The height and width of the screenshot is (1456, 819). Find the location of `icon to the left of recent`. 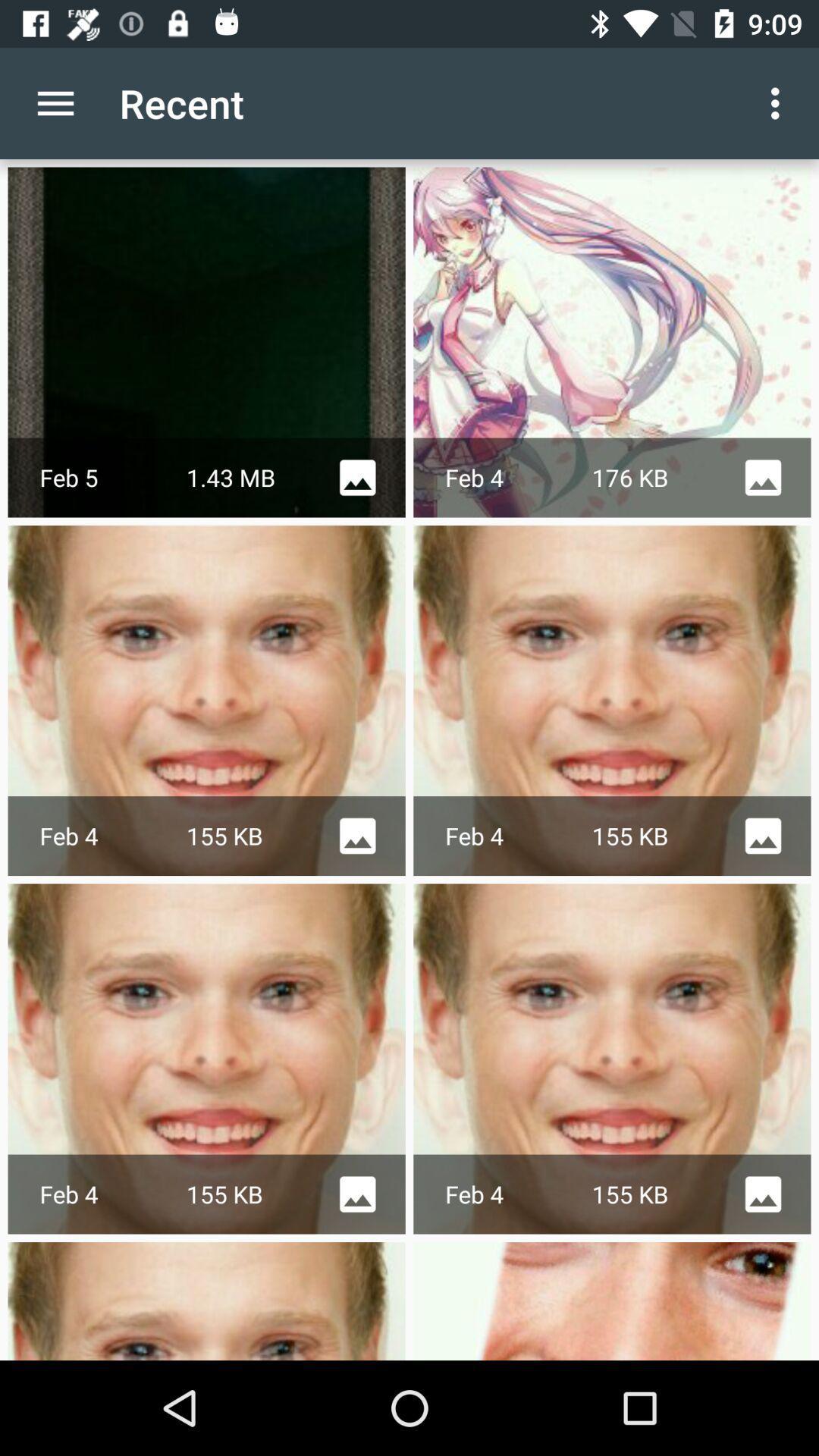

icon to the left of recent is located at coordinates (55, 102).